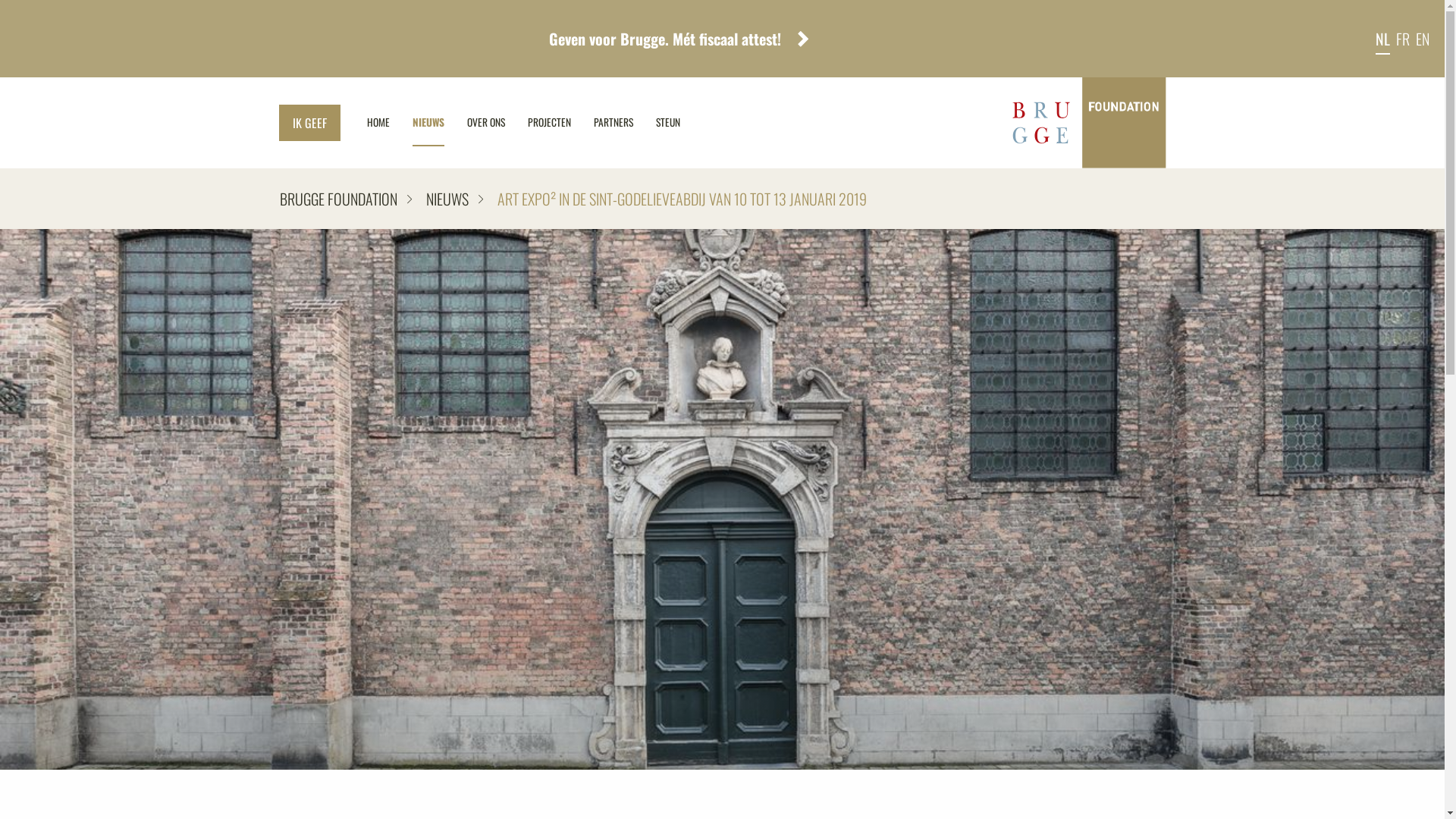  I want to click on 'NIEUWS', so click(446, 198).